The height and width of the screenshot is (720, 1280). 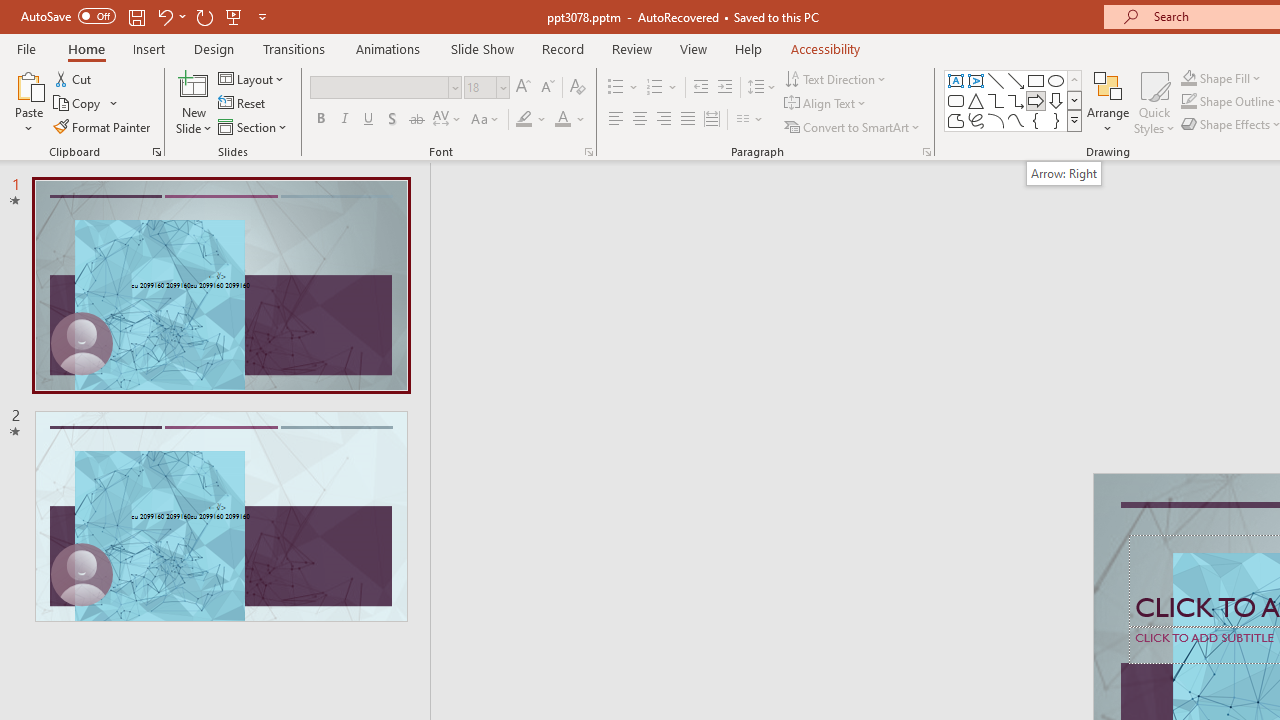 I want to click on 'Convert to SmartArt', so click(x=853, y=127).